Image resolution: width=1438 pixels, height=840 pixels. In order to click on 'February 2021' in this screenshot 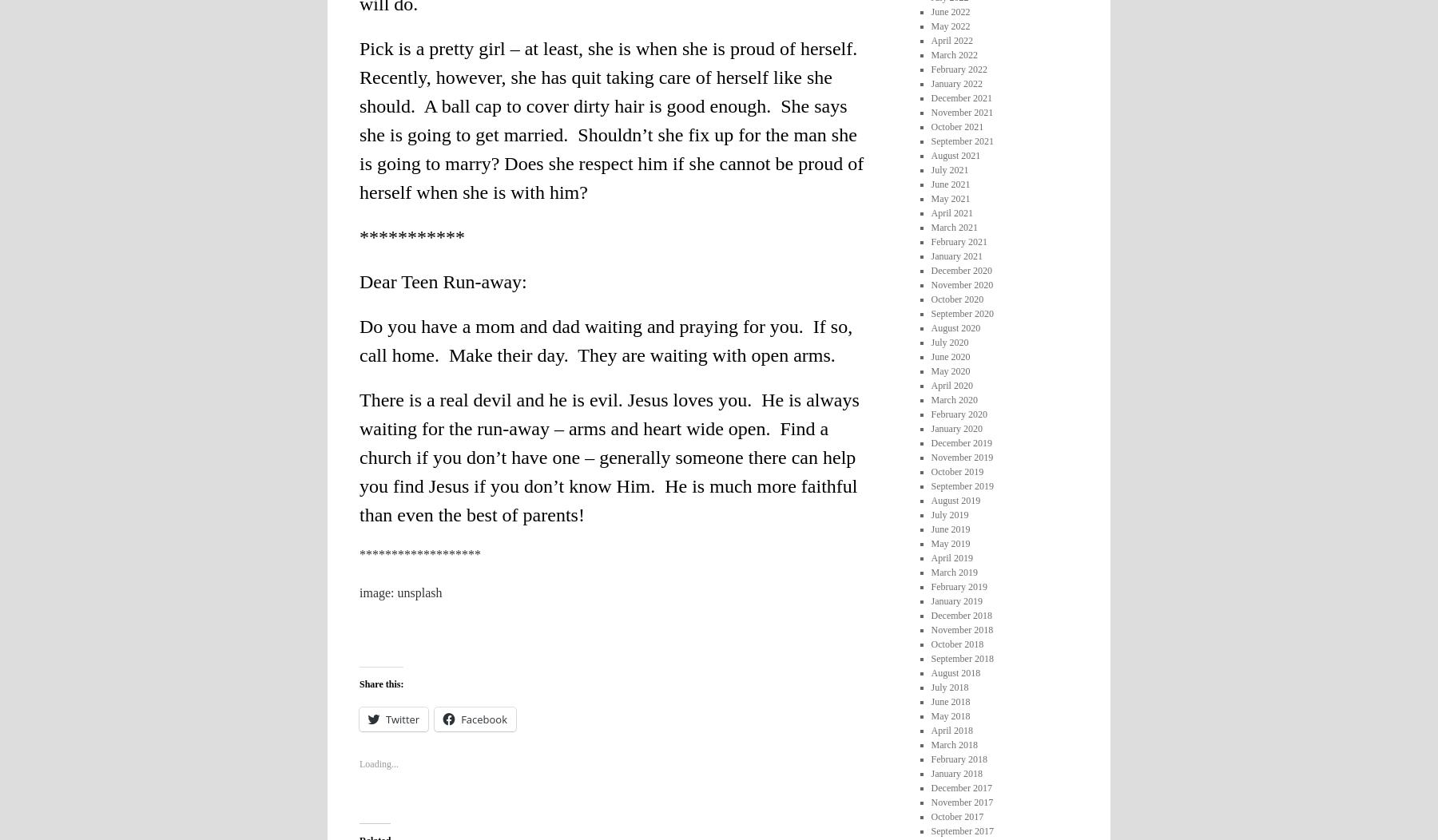, I will do `click(958, 241)`.